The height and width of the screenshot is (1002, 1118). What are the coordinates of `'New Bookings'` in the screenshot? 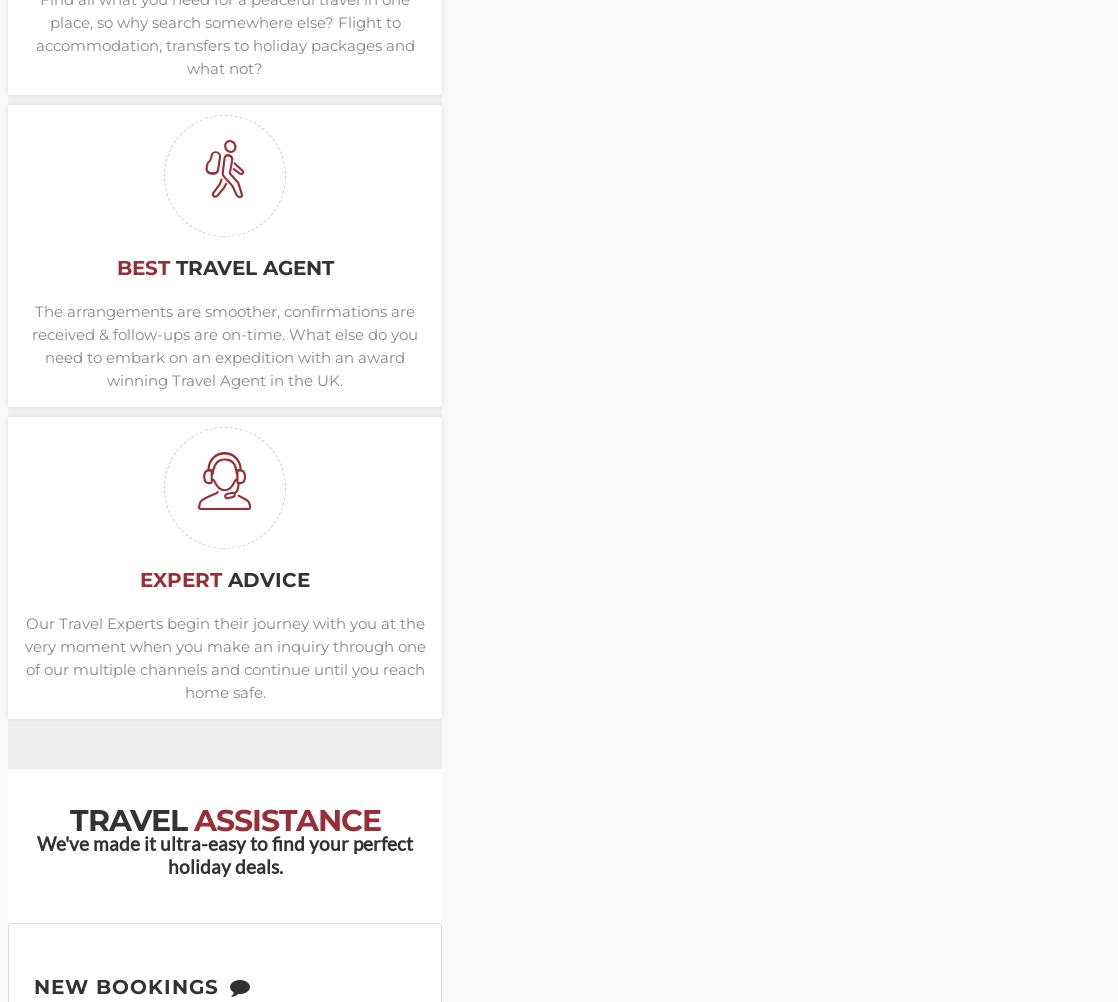 It's located at (130, 984).